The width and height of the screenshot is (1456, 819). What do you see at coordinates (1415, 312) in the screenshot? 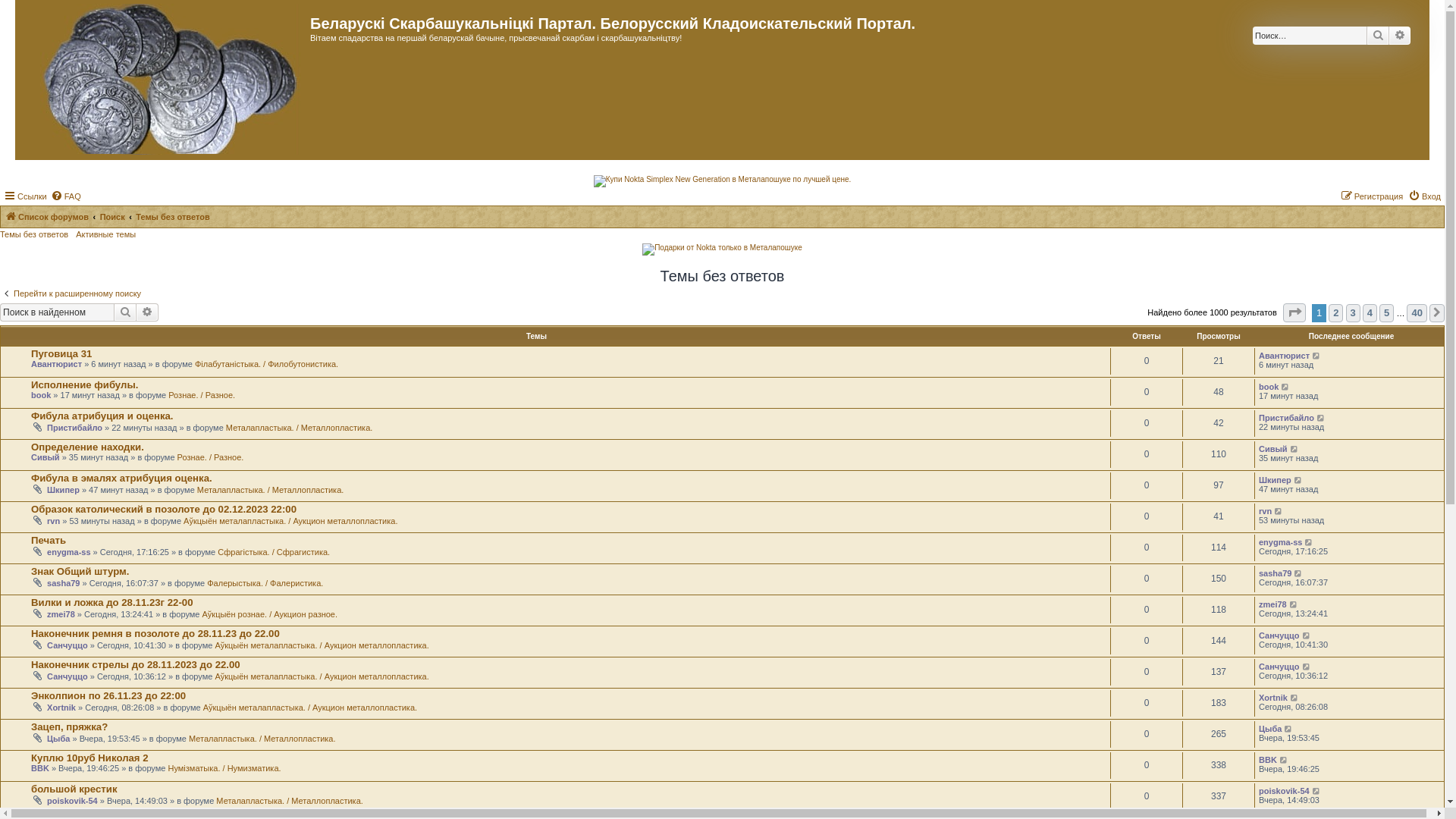
I see `'40'` at bounding box center [1415, 312].